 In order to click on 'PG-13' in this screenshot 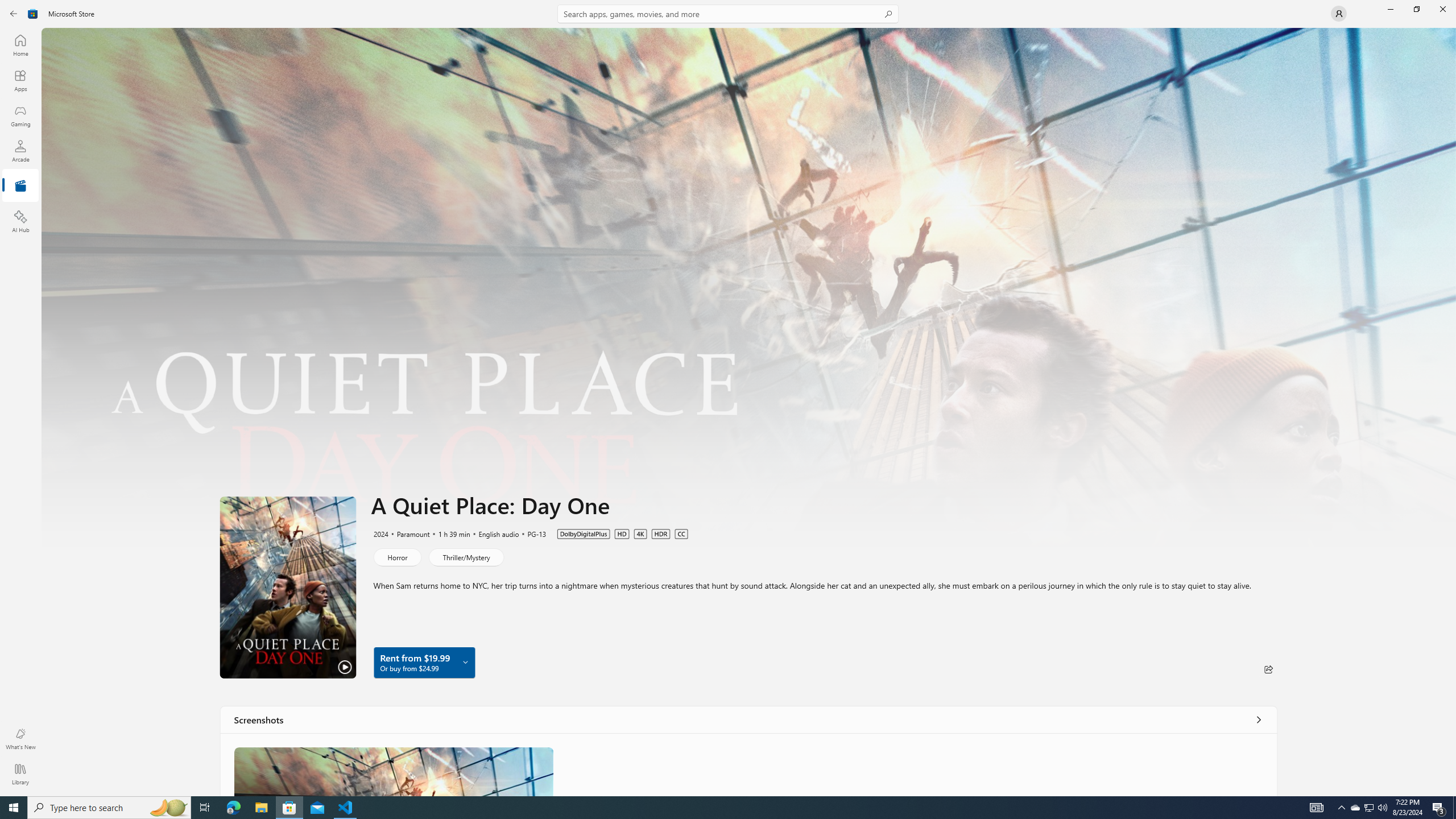, I will do `click(531, 533)`.